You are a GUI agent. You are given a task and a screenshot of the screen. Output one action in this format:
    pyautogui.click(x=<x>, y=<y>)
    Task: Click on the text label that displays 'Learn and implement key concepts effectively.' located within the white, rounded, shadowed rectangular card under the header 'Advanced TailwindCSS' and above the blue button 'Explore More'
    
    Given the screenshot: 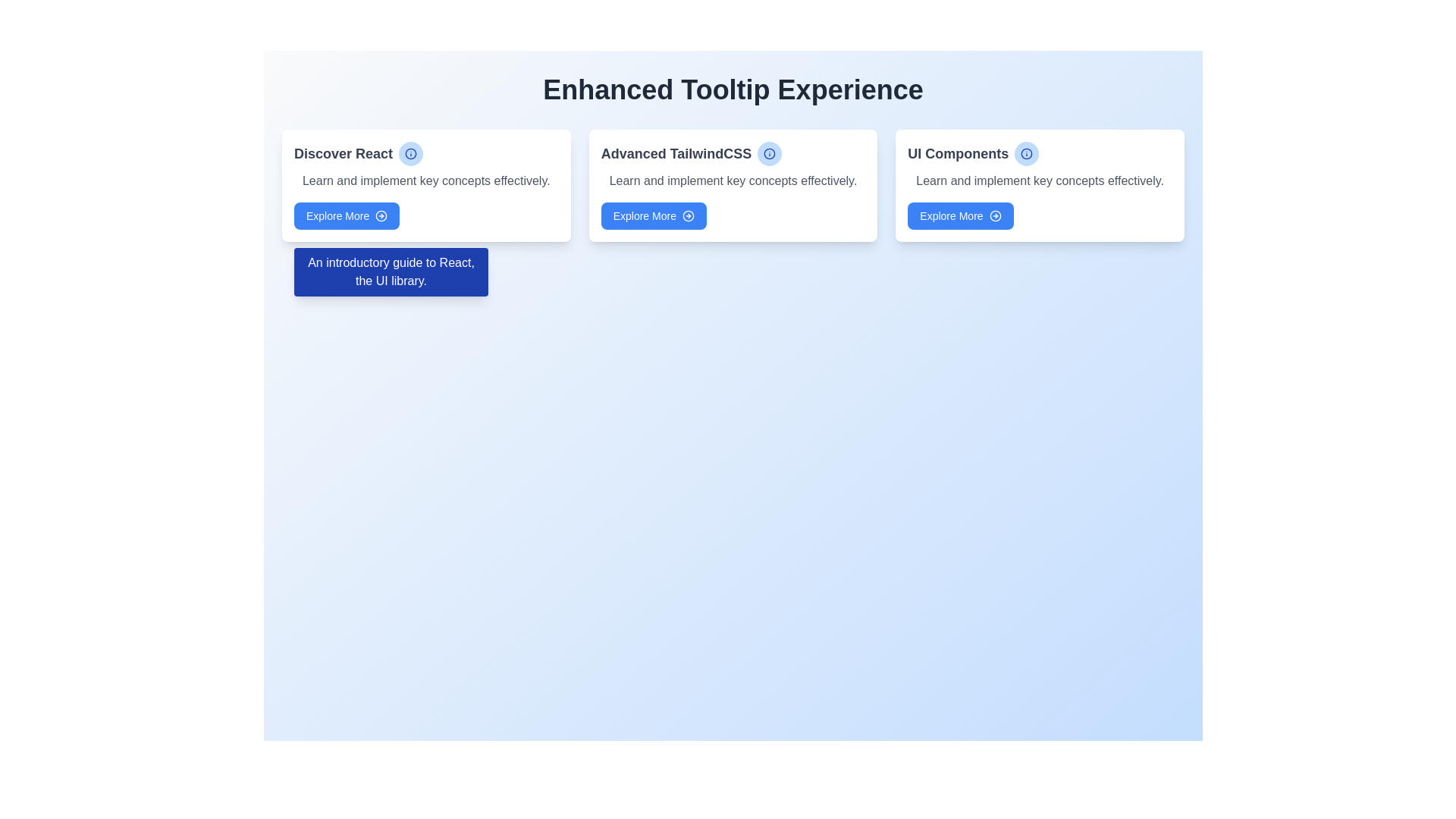 What is the action you would take?
    pyautogui.click(x=733, y=180)
    